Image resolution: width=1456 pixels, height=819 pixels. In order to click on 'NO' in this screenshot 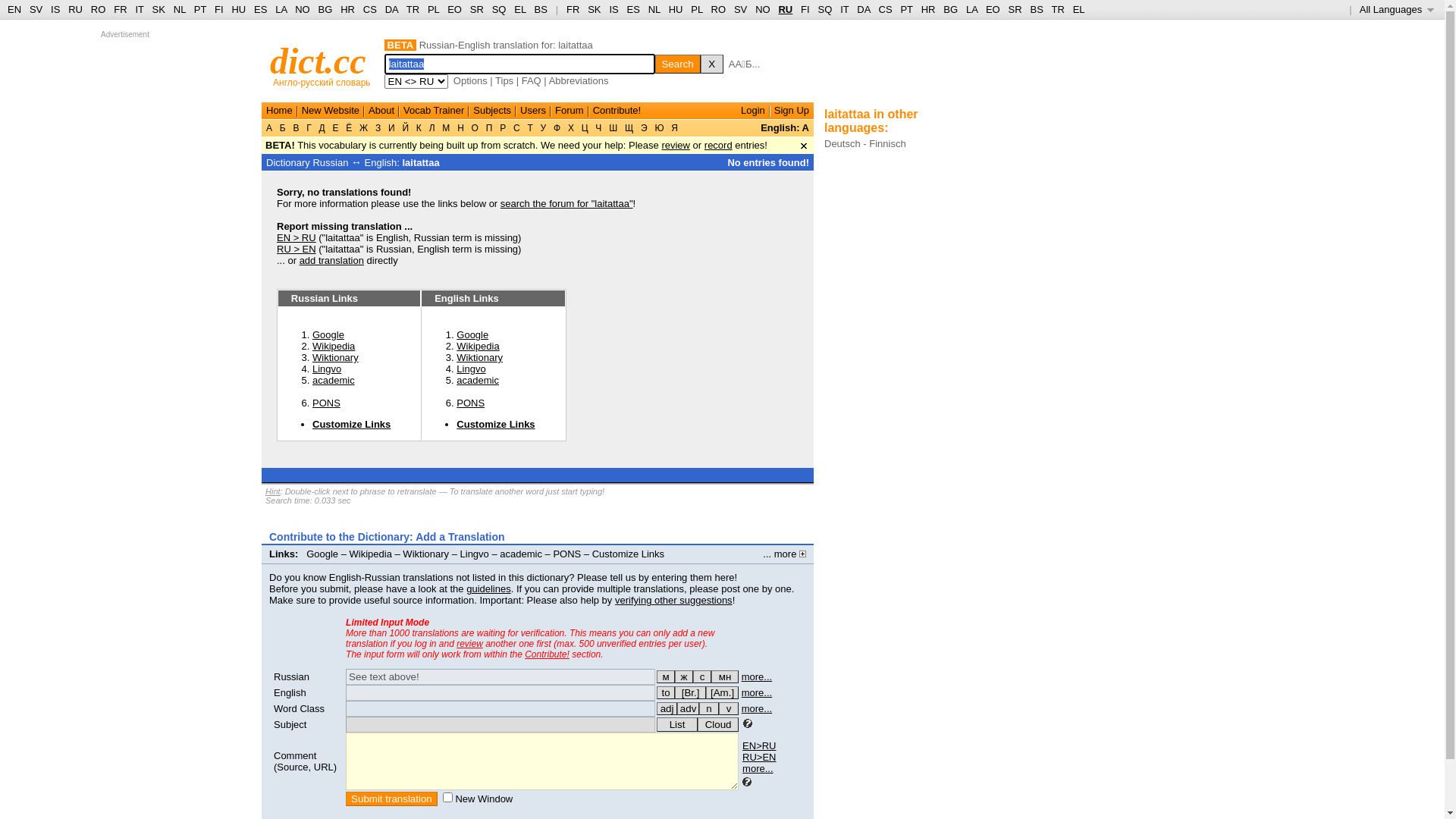, I will do `click(302, 9)`.